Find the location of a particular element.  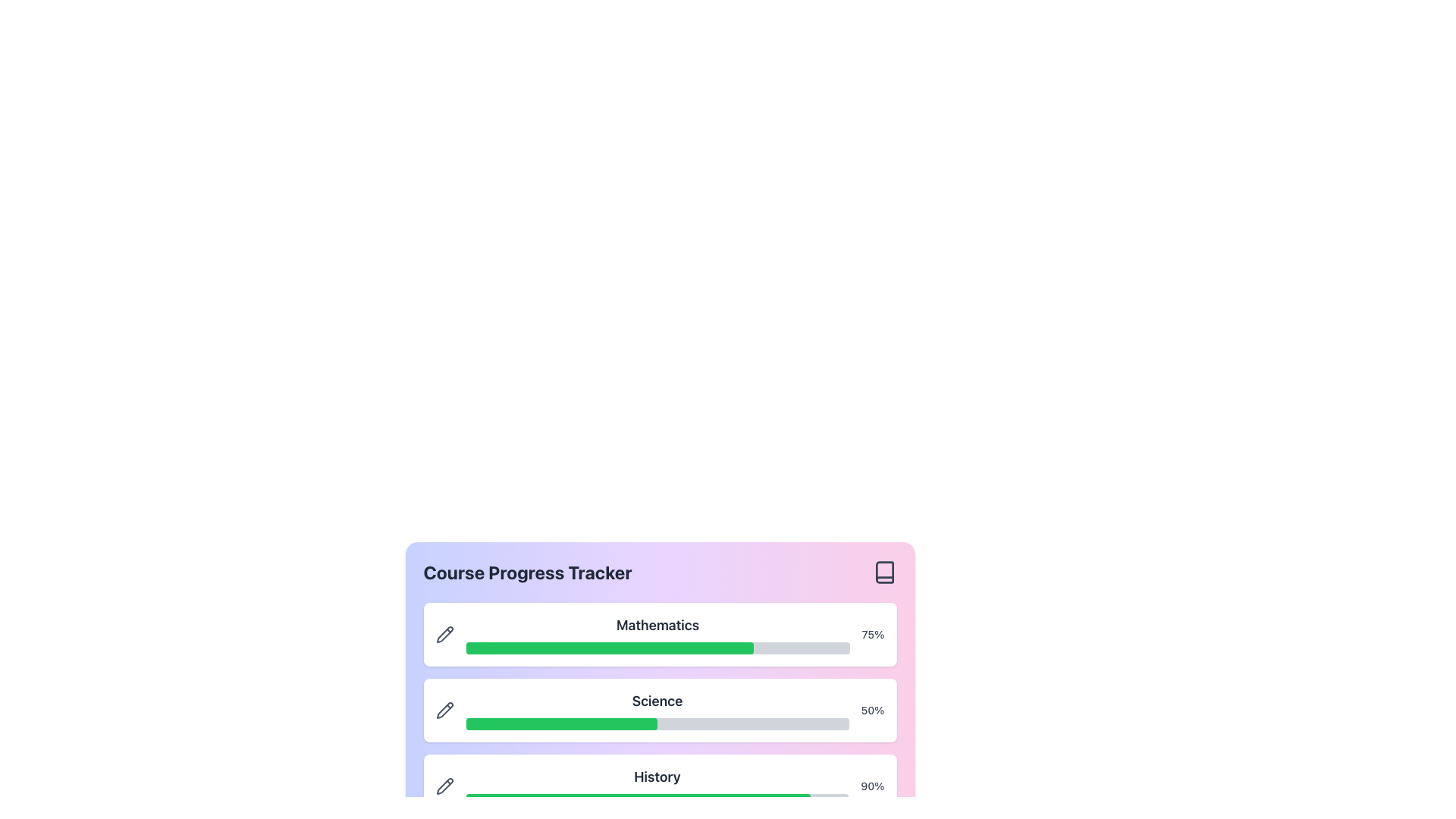

the book-like icon with a grayish hue located at the top-right corner of the 'Course Progress Tracker' section, next to the bold text header is located at coordinates (884, 573).